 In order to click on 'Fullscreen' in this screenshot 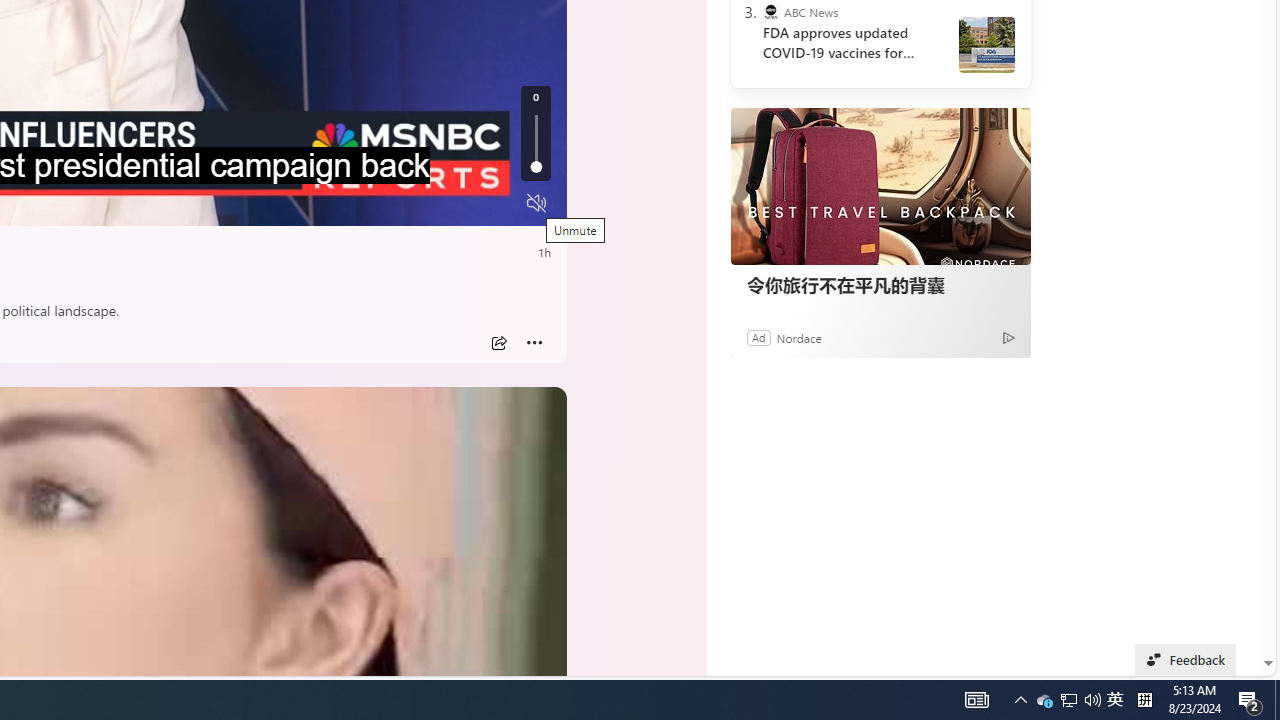, I will do `click(497, 203)`.